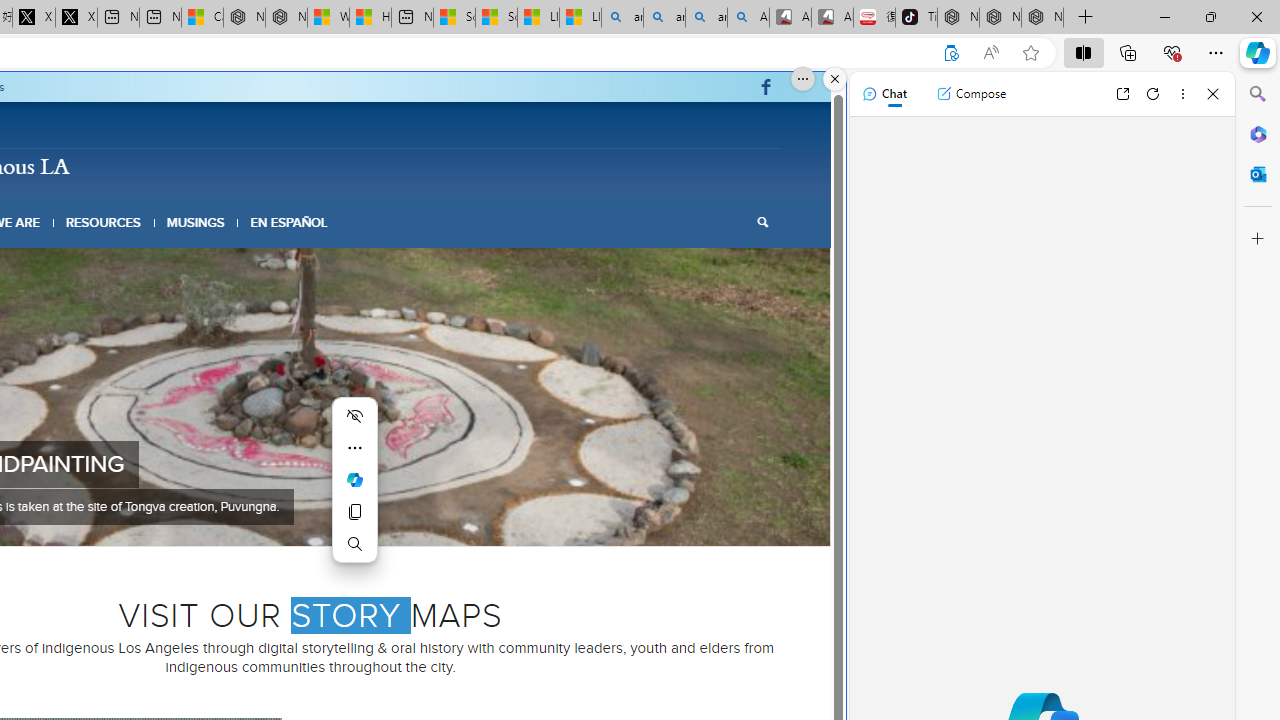 The height and width of the screenshot is (720, 1280). Describe the element at coordinates (883, 93) in the screenshot. I see `'Chat'` at that location.